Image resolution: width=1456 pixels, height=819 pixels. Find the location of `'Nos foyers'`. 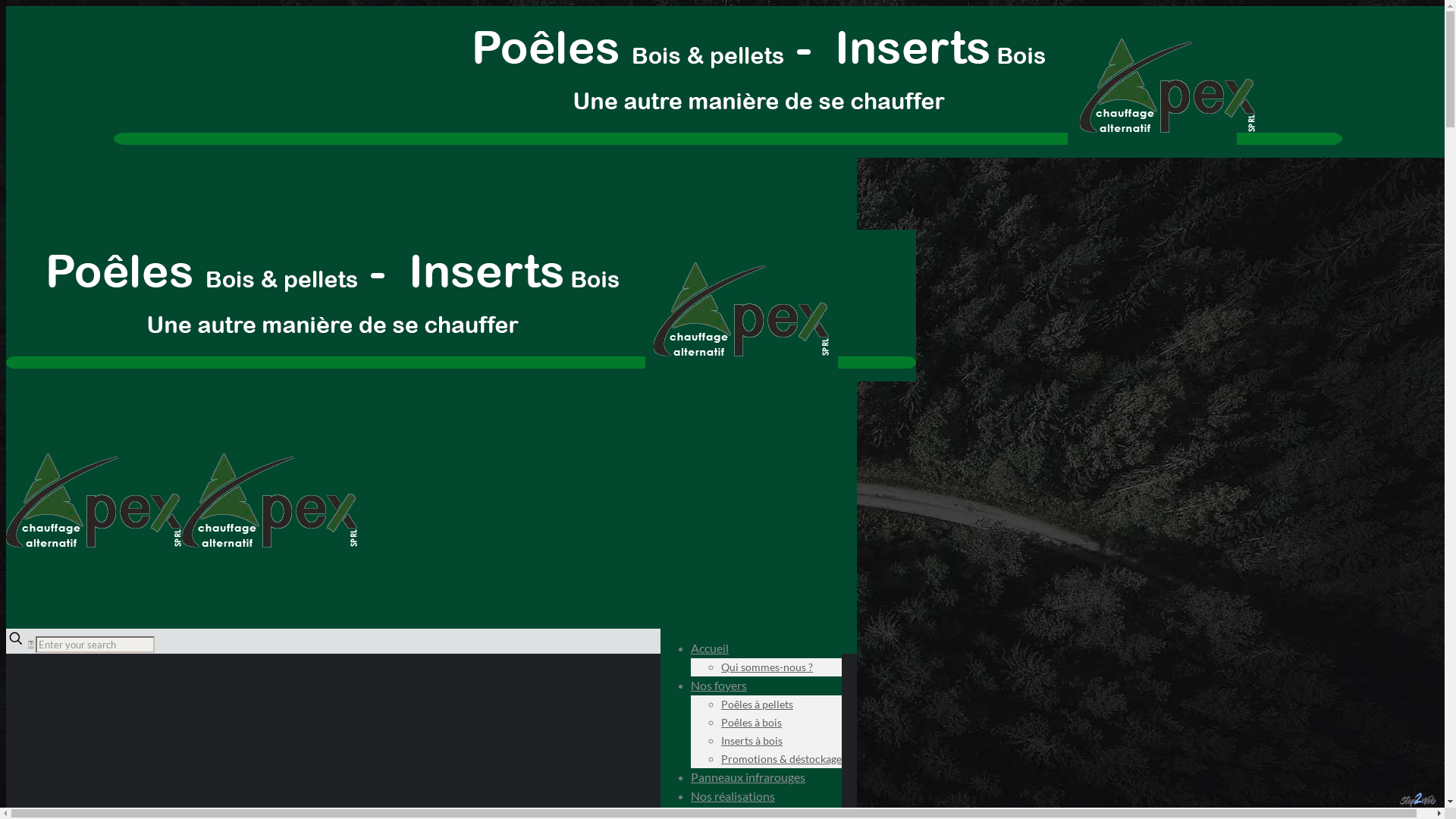

'Nos foyers' is located at coordinates (718, 685).